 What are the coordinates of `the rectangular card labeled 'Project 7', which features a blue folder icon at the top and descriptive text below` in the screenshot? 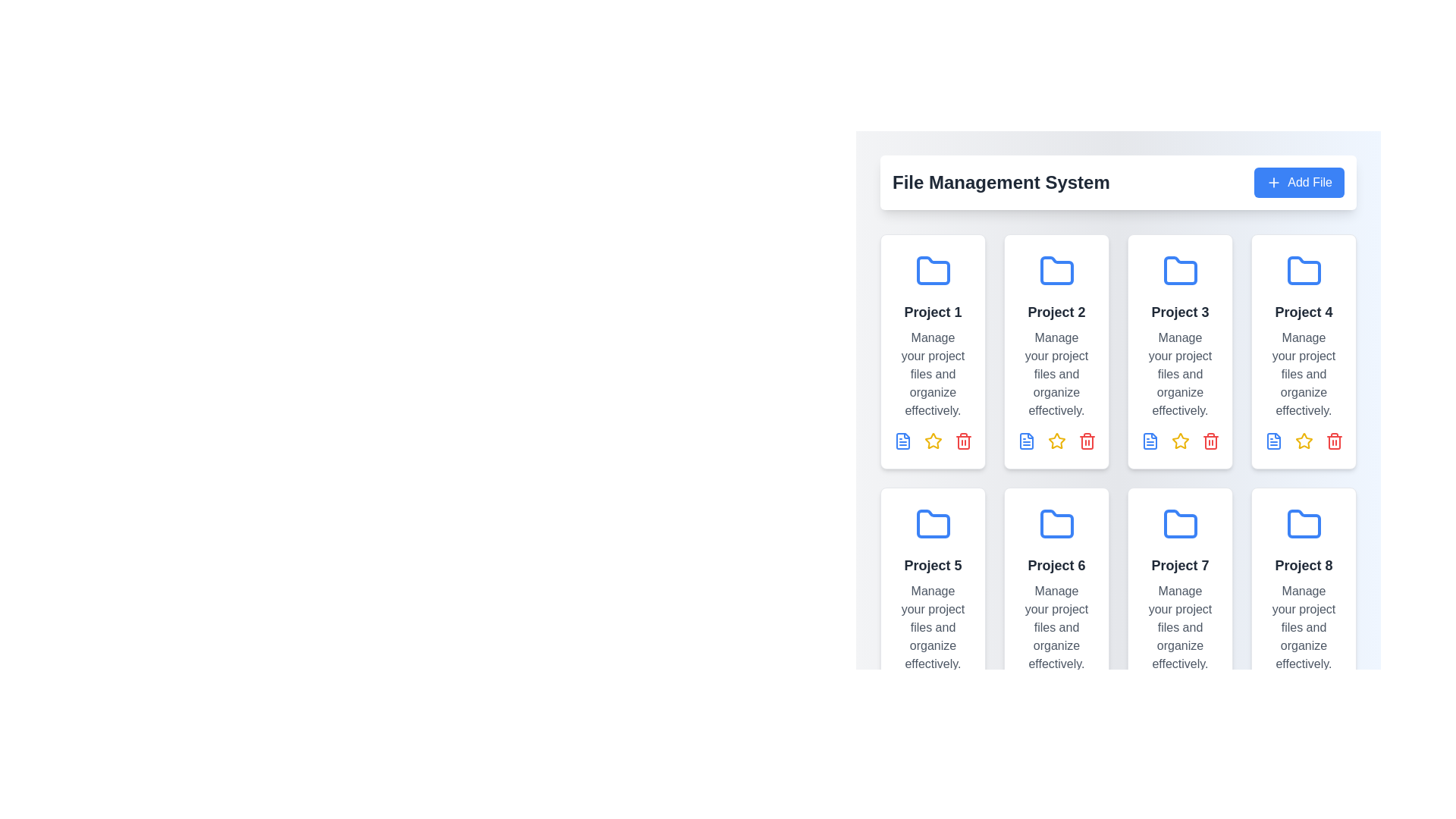 It's located at (1179, 604).